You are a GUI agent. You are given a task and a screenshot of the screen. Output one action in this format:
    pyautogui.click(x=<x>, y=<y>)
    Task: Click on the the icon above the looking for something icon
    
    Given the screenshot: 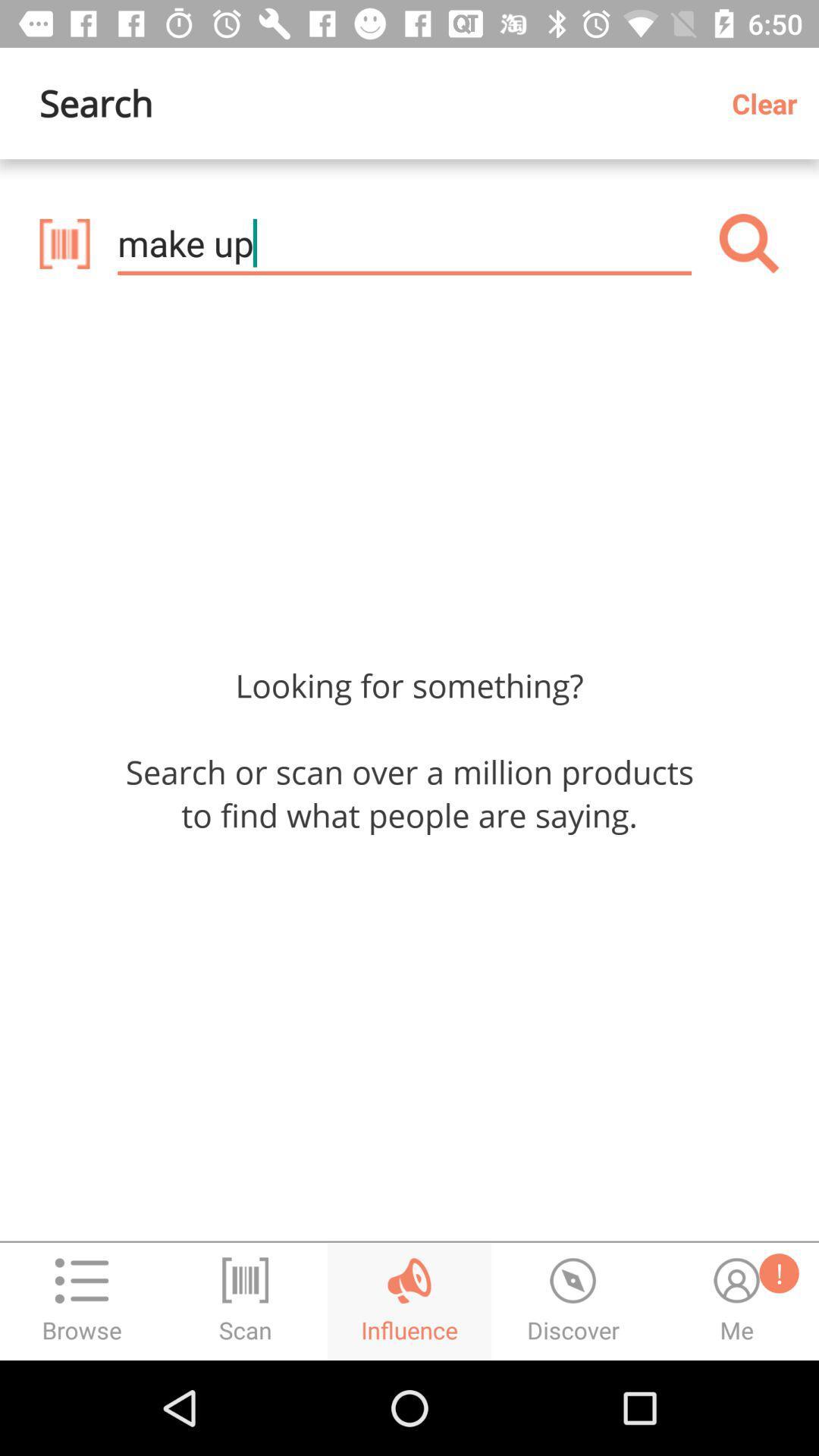 What is the action you would take?
    pyautogui.click(x=748, y=243)
    